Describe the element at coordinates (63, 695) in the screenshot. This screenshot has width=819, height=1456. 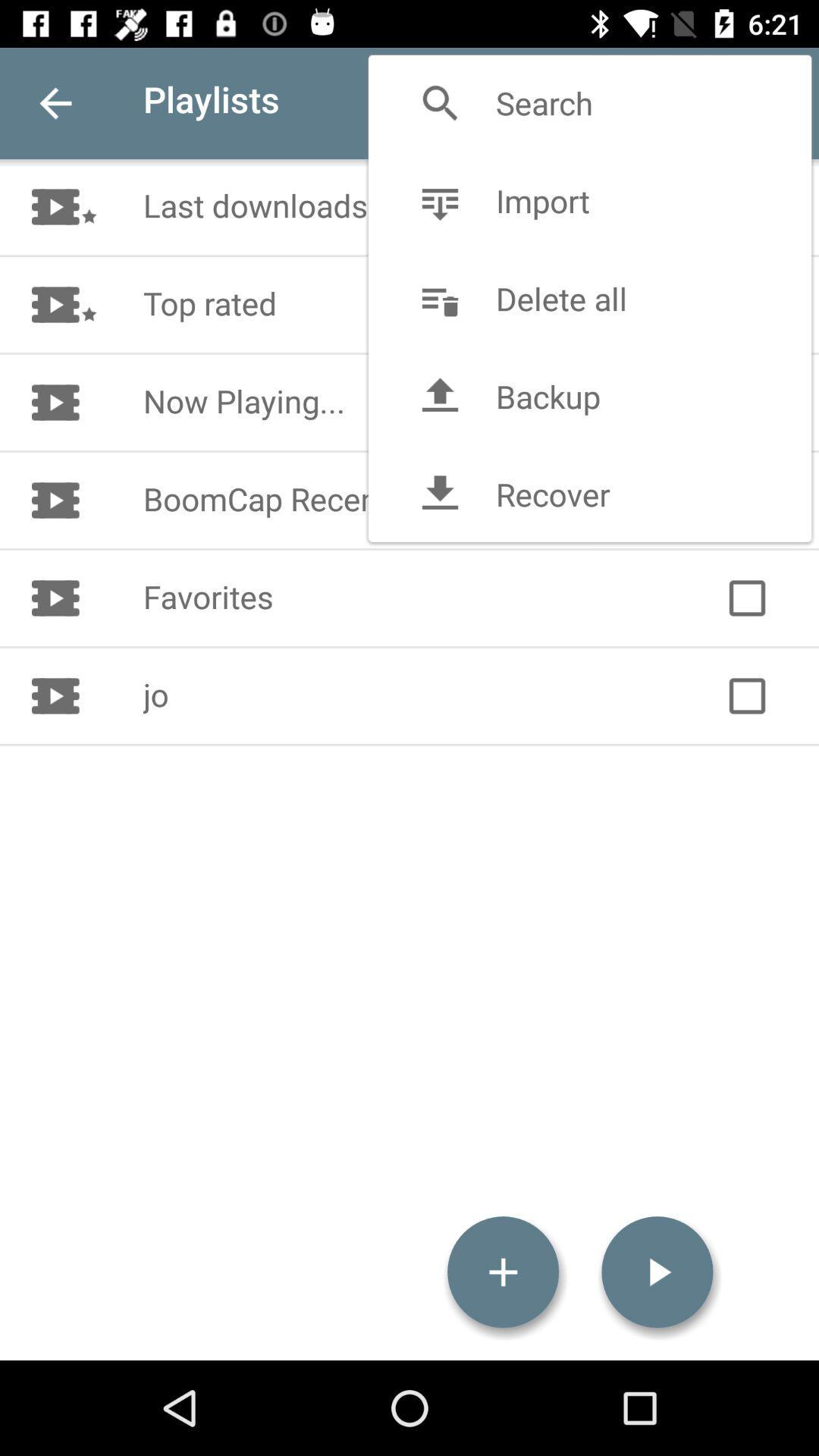
I see `the icon on left to the text jo on the web page` at that location.